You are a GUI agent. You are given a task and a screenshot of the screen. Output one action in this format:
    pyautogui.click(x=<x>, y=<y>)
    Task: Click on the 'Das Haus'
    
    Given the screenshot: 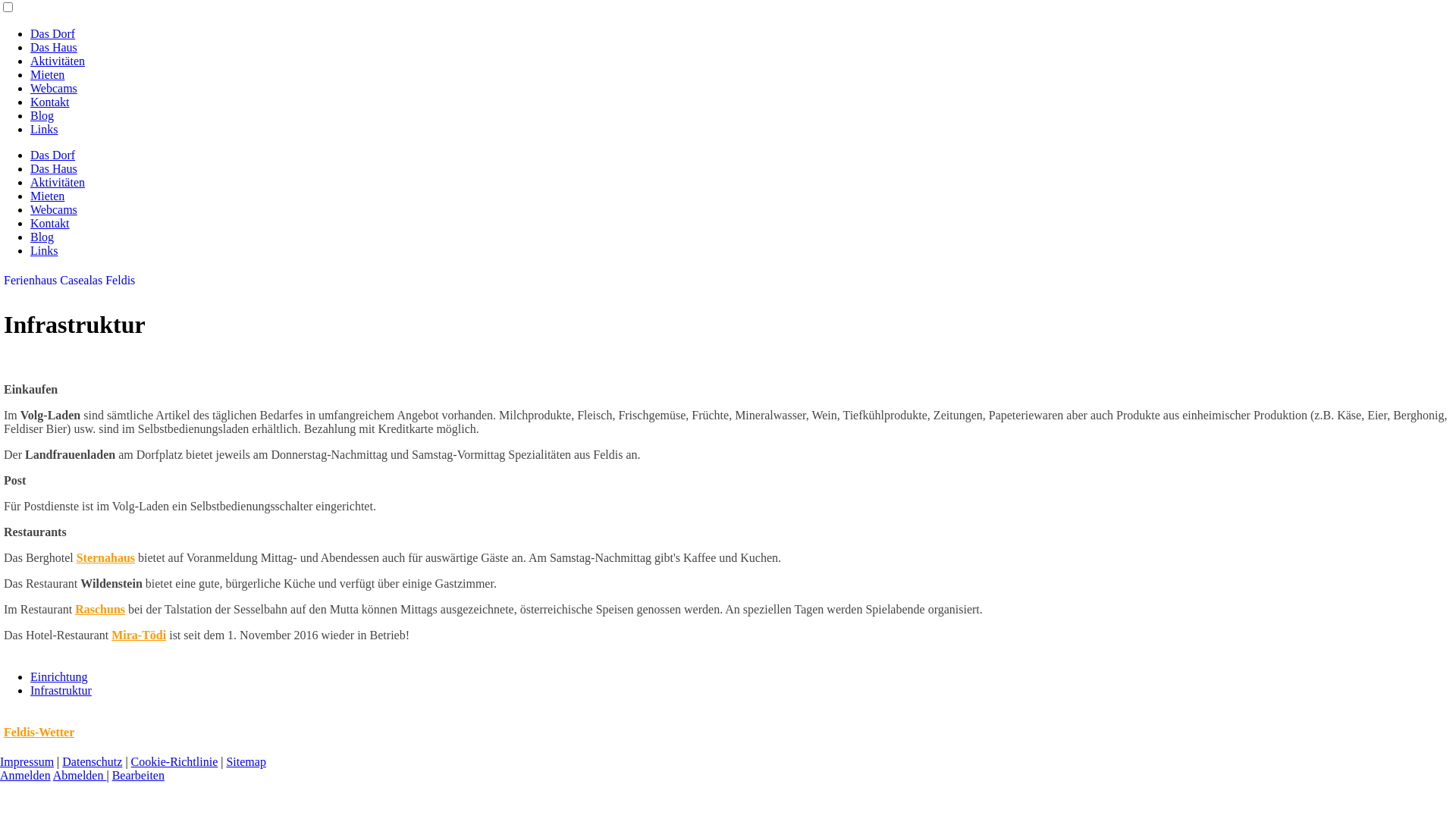 What is the action you would take?
    pyautogui.click(x=54, y=168)
    